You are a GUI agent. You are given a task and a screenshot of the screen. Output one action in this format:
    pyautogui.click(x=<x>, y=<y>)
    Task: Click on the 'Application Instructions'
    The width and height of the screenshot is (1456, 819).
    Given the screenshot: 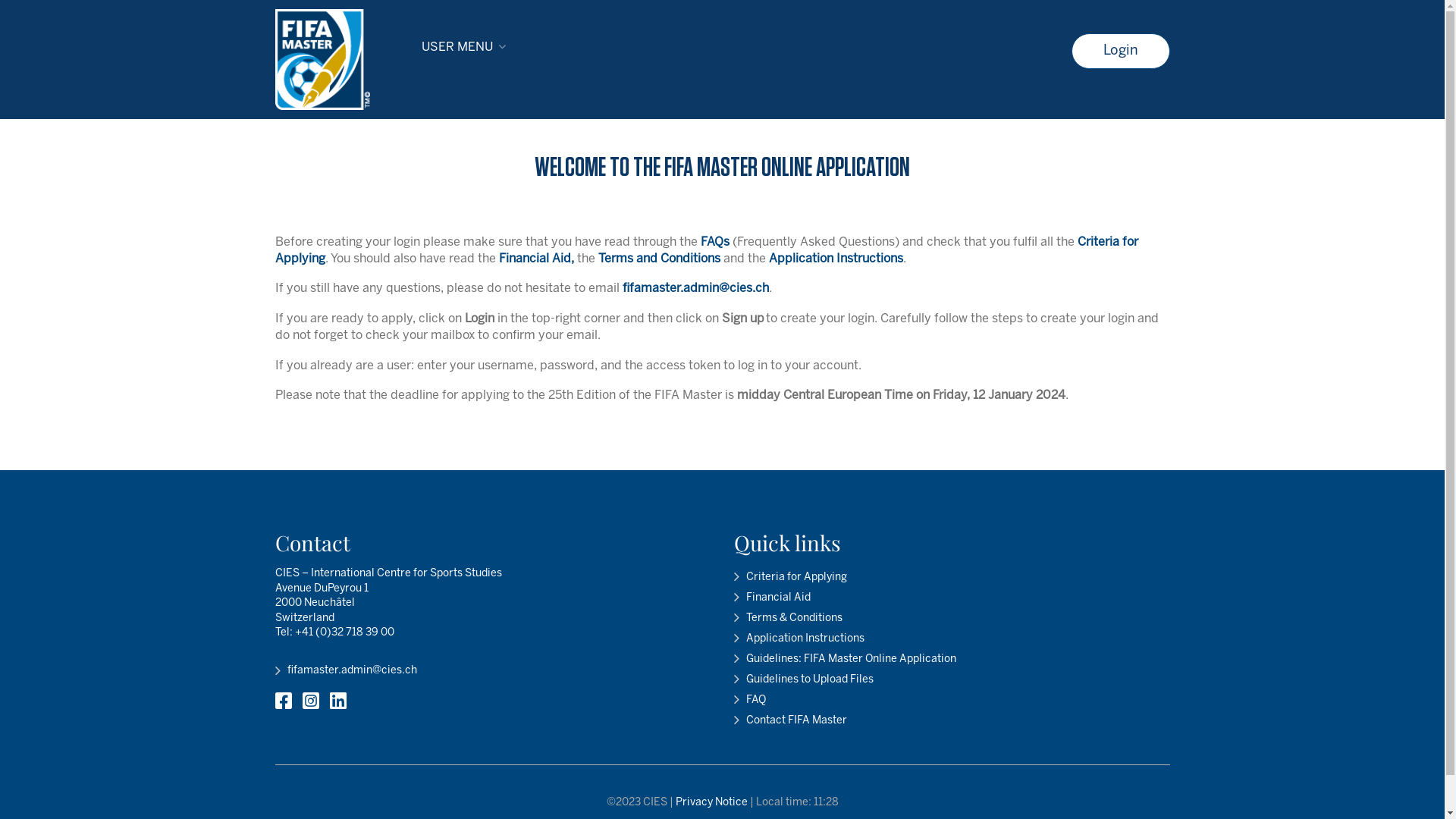 What is the action you would take?
    pyautogui.click(x=835, y=258)
    